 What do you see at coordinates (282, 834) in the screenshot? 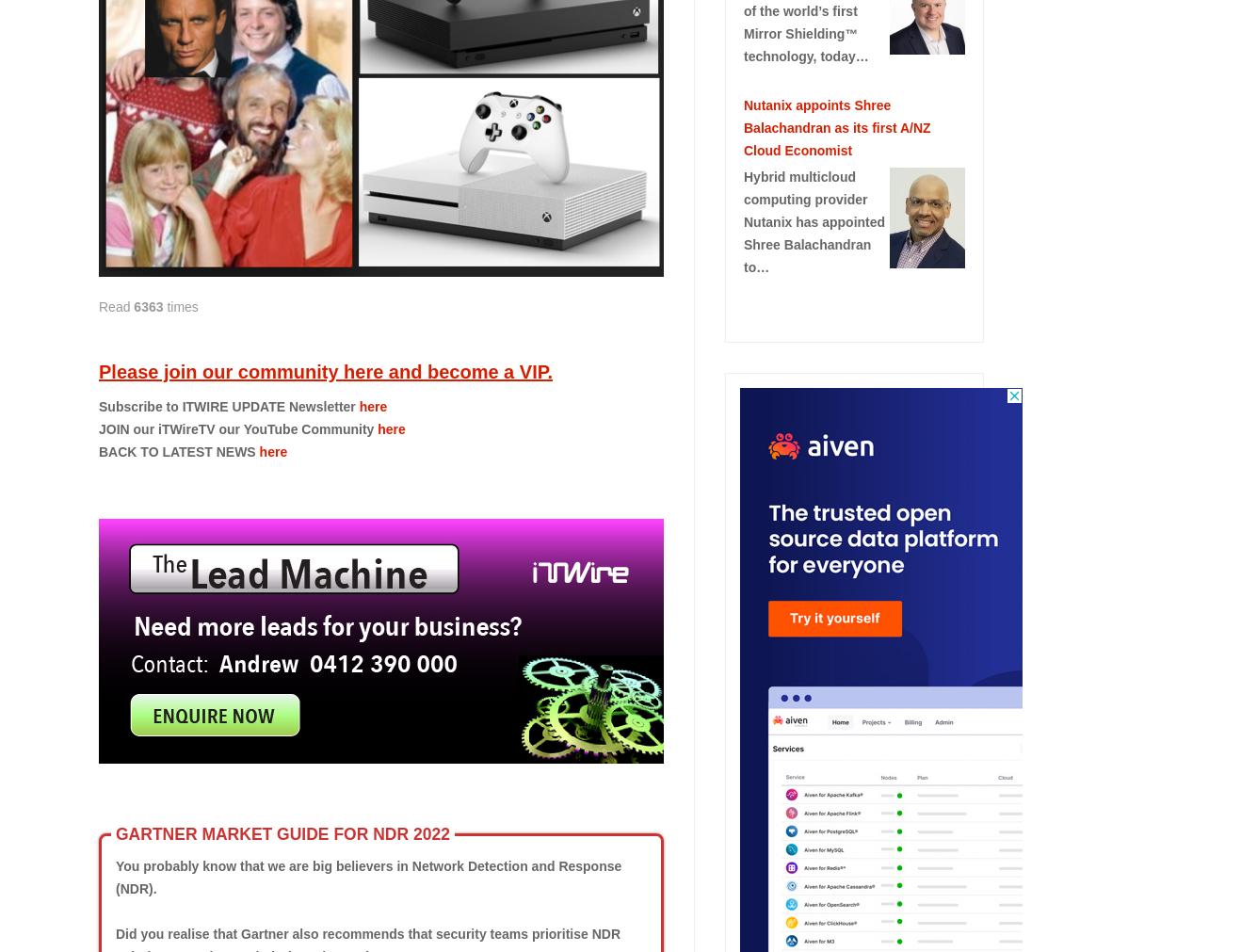
I see `'GARTNER MARKET GUIDE FOR NDR 2022'` at bounding box center [282, 834].